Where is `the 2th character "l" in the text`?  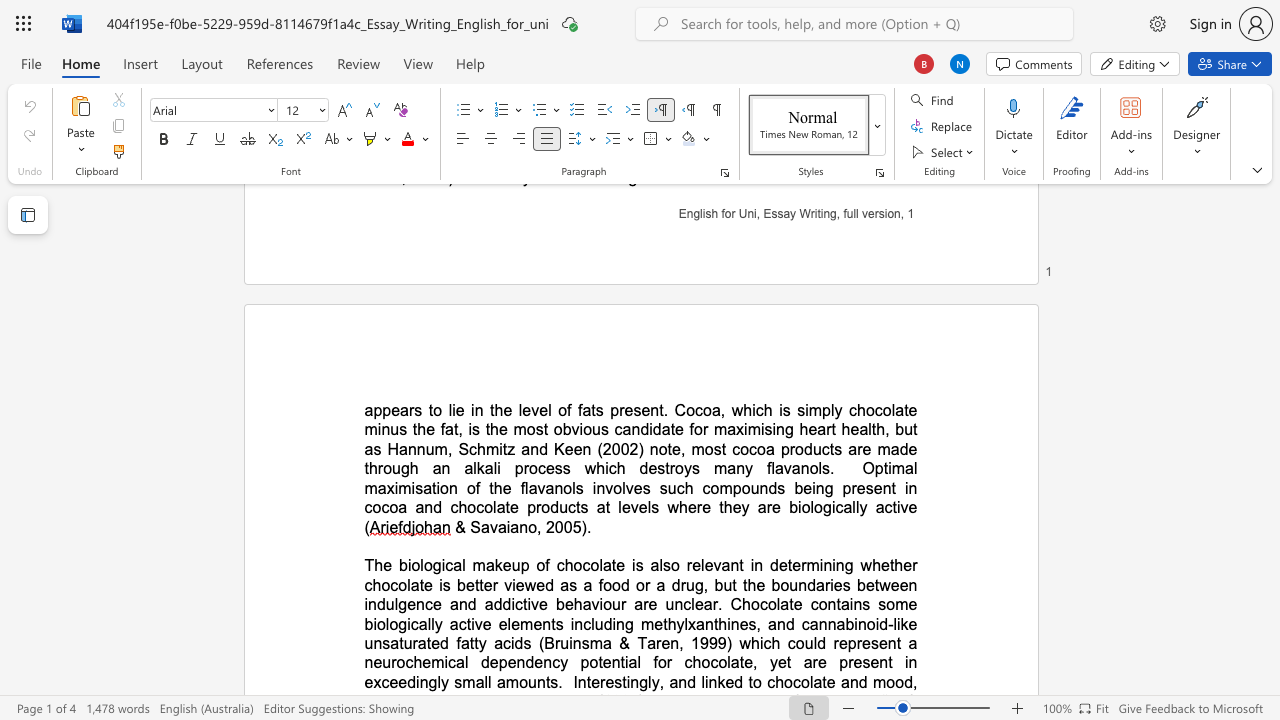
the 2th character "l" in the text is located at coordinates (703, 681).